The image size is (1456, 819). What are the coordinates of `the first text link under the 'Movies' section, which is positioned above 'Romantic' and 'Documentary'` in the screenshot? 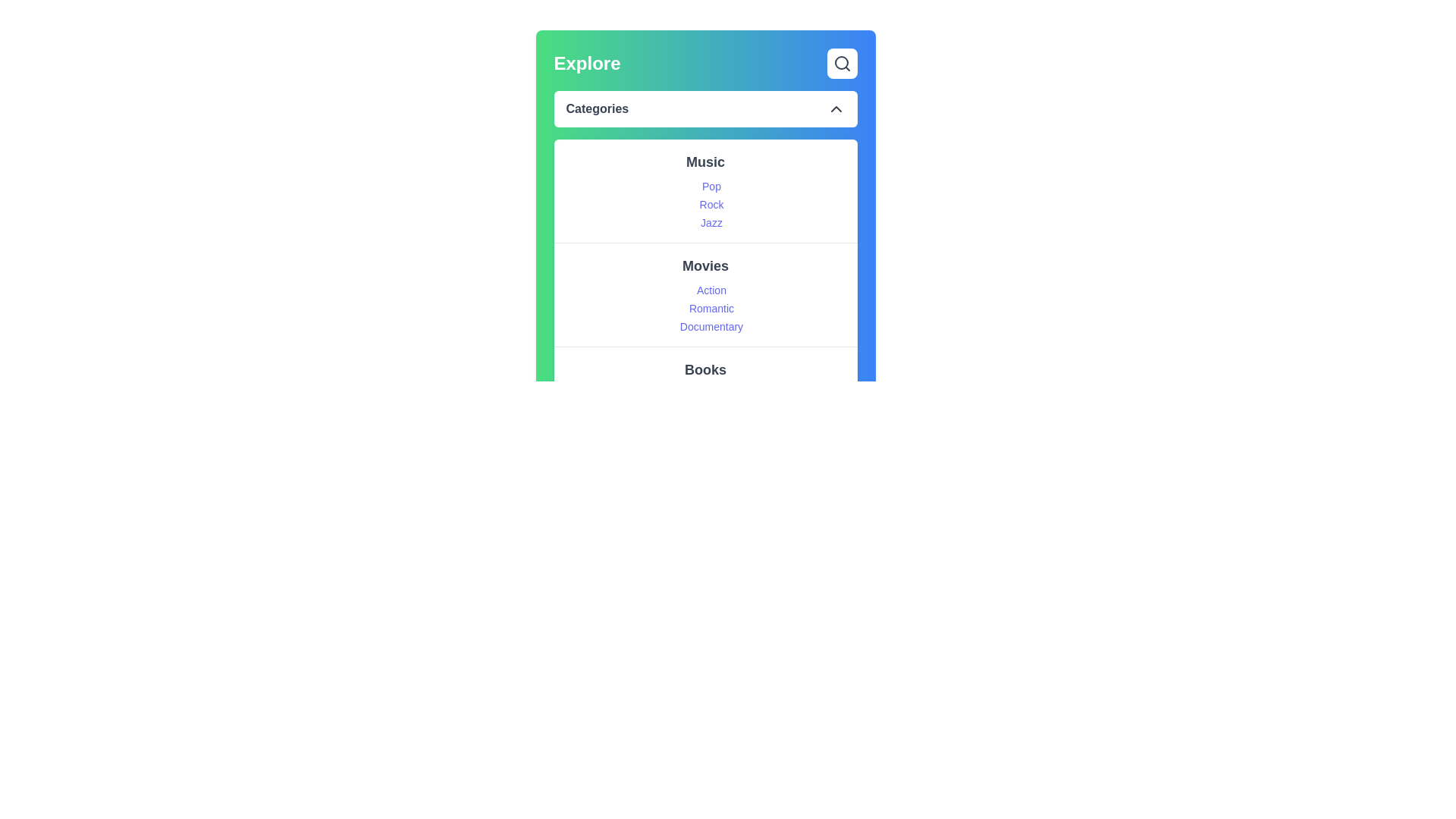 It's located at (711, 290).